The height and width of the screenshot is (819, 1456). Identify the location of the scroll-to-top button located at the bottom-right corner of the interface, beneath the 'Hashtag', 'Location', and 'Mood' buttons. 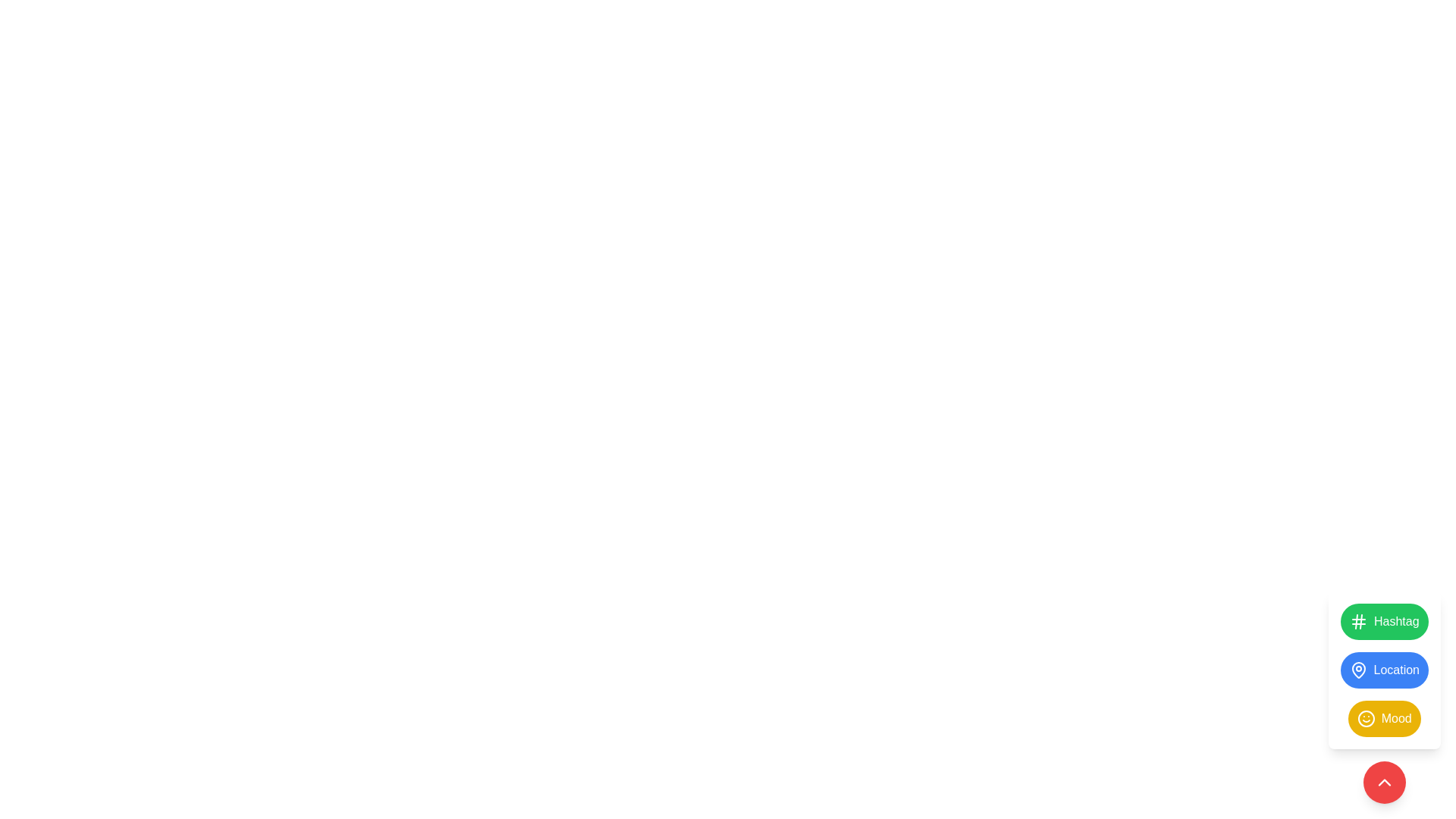
(1384, 783).